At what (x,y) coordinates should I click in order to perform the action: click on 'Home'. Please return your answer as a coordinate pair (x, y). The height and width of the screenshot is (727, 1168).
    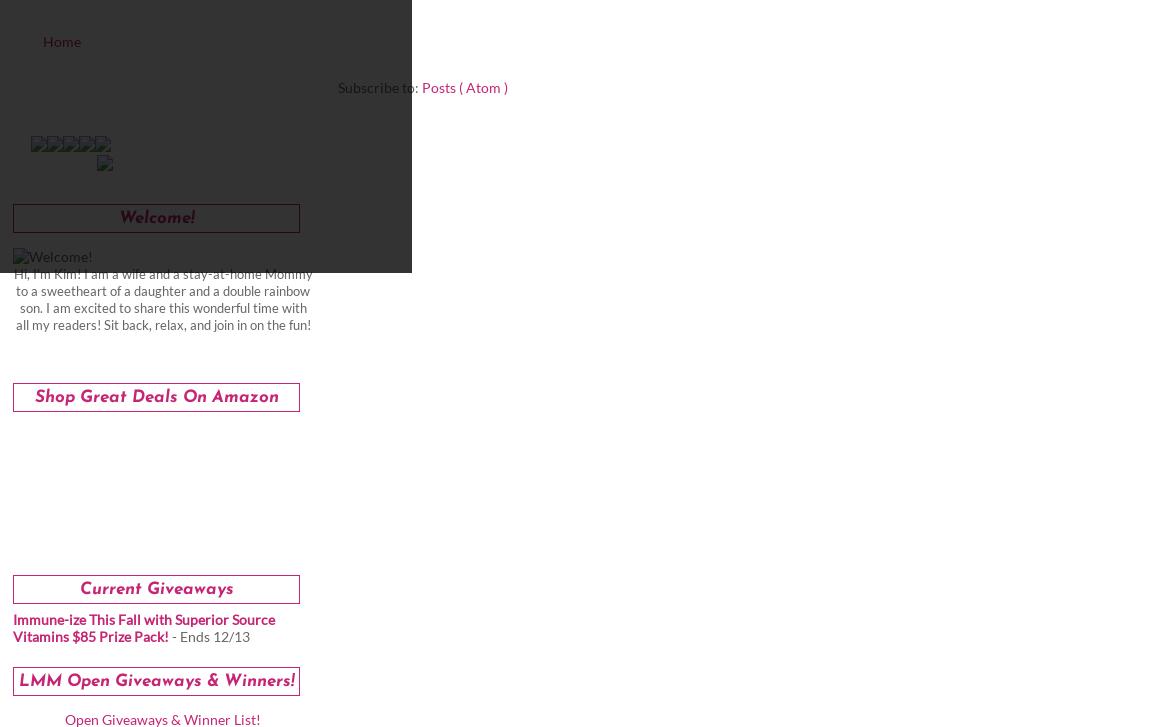
    Looking at the image, I should click on (42, 41).